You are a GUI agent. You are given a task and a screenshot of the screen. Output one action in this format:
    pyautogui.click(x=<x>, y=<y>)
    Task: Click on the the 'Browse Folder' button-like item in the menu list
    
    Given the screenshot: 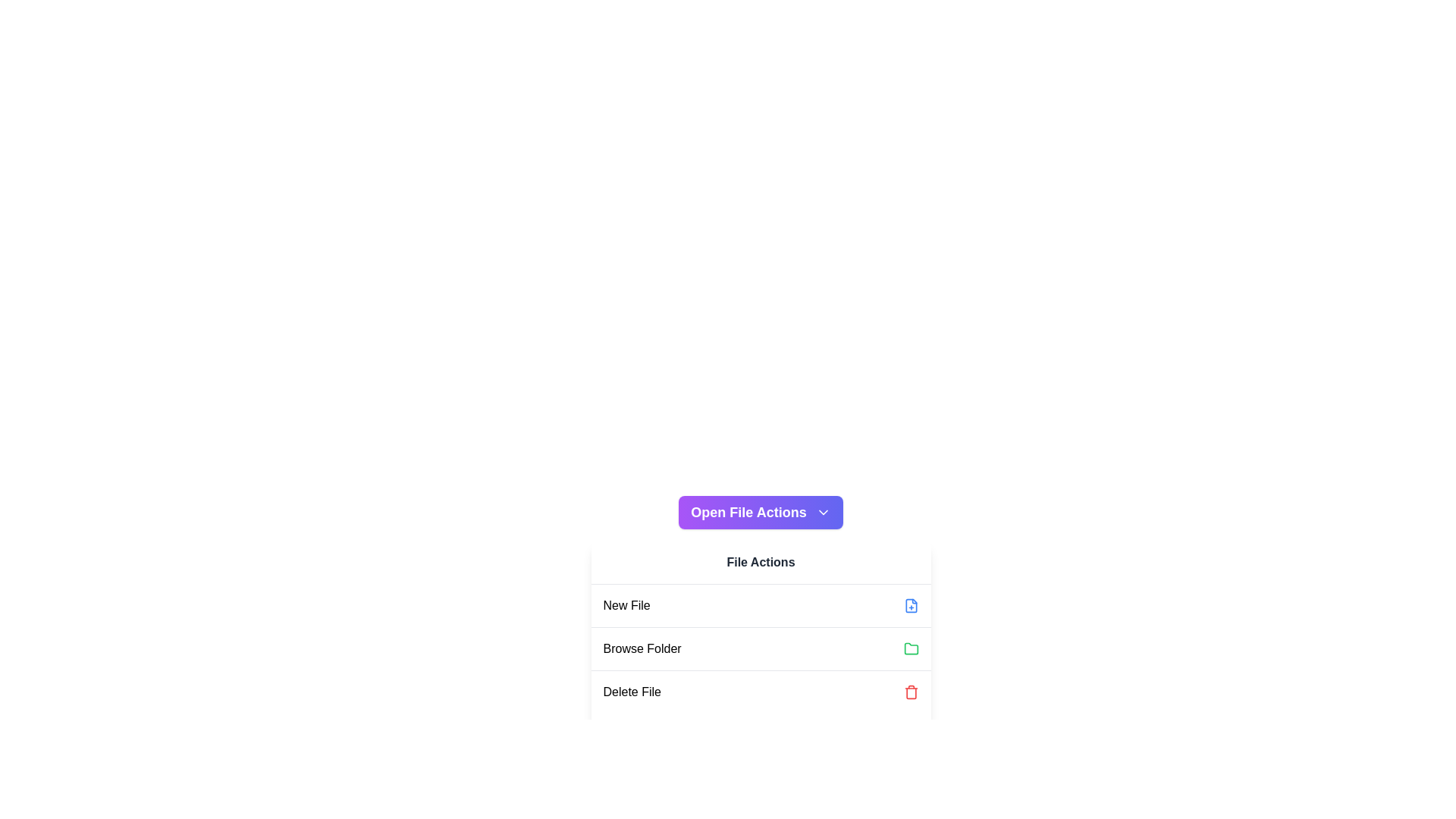 What is the action you would take?
    pyautogui.click(x=761, y=648)
    